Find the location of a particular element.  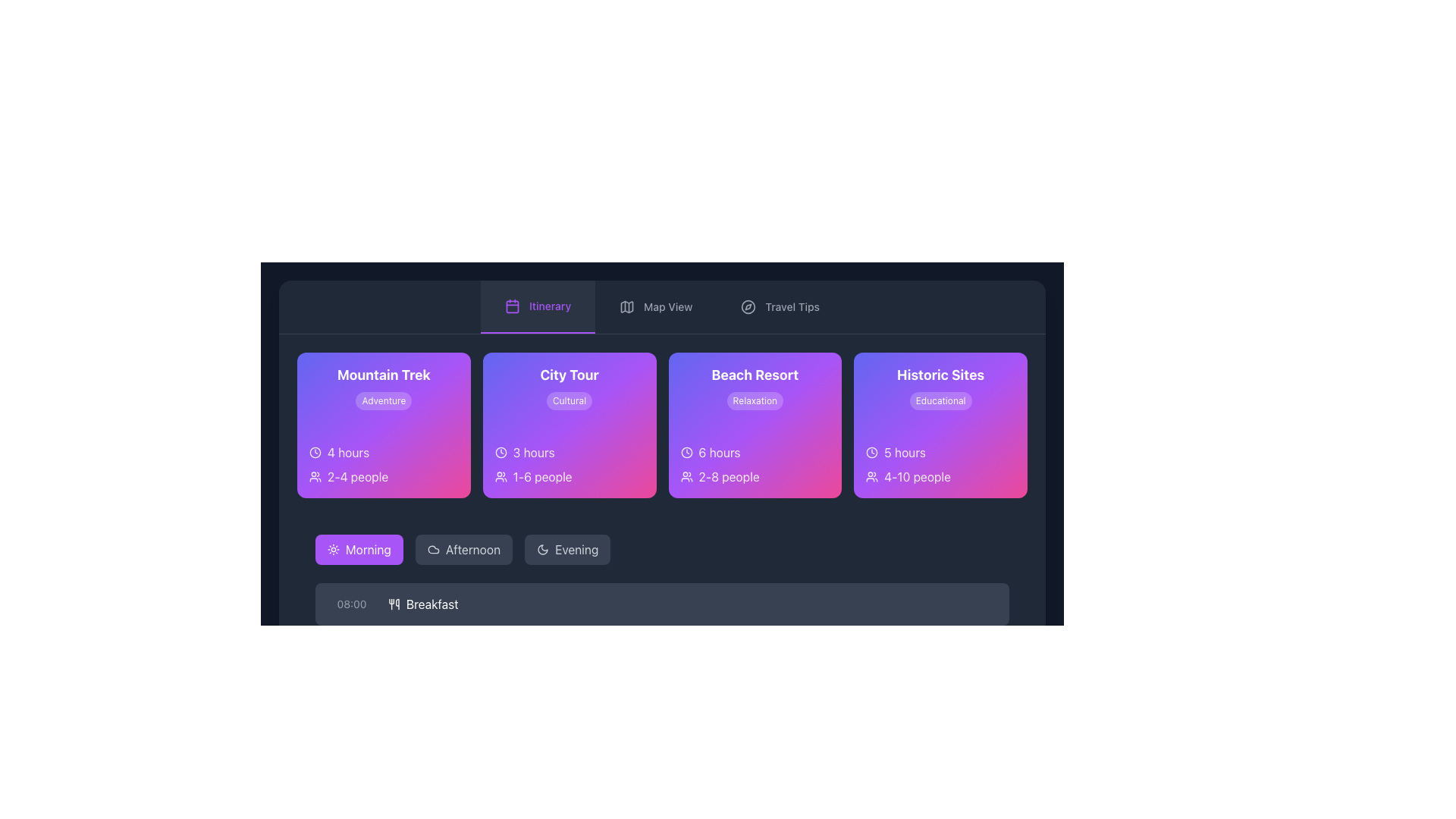

the third card in the grid layout, which has a gradient background from purple to pink and includes the title 'Beach Resort' and tag 'Relaxation' is located at coordinates (755, 425).